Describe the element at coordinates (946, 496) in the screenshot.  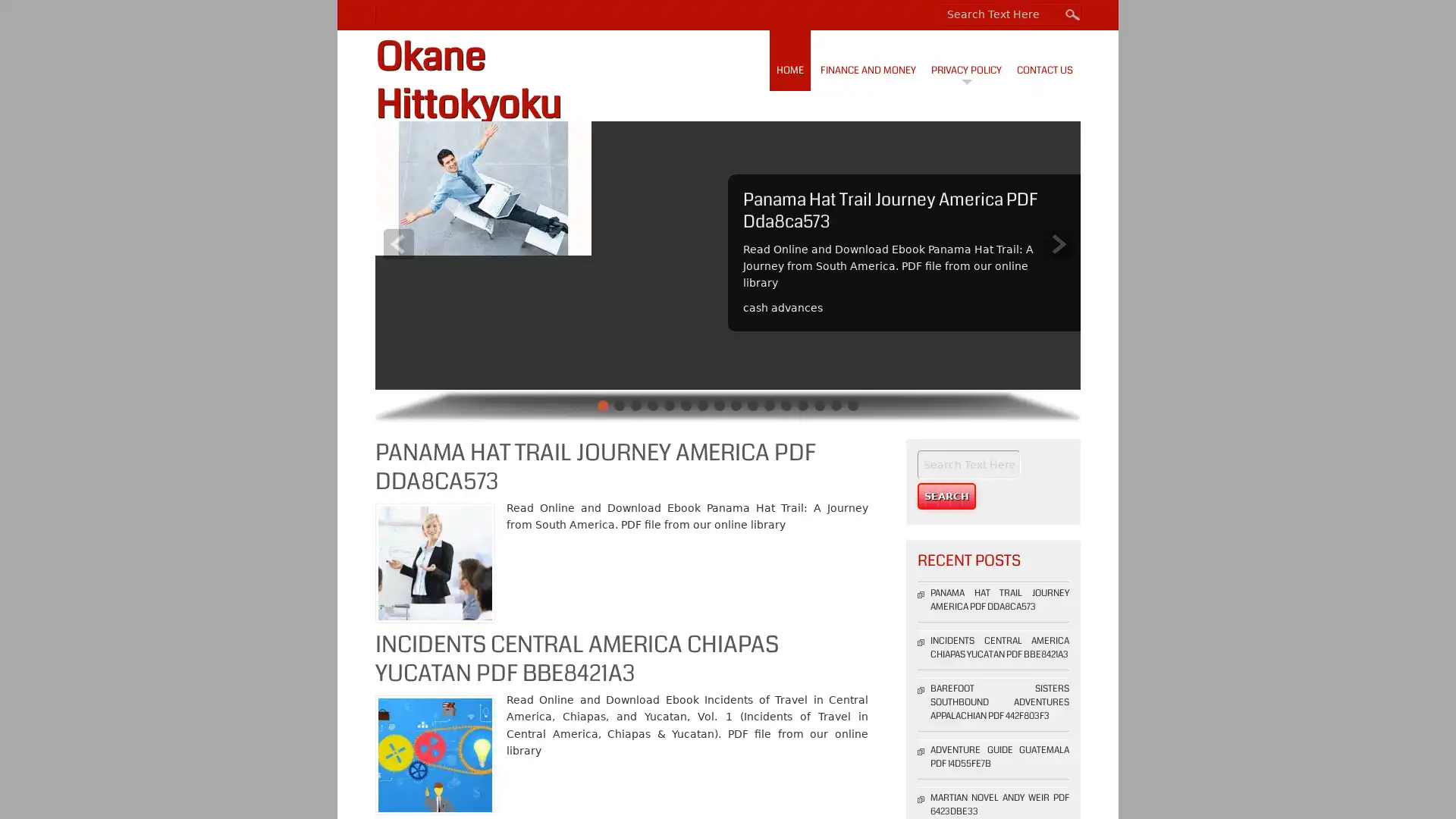
I see `Search` at that location.